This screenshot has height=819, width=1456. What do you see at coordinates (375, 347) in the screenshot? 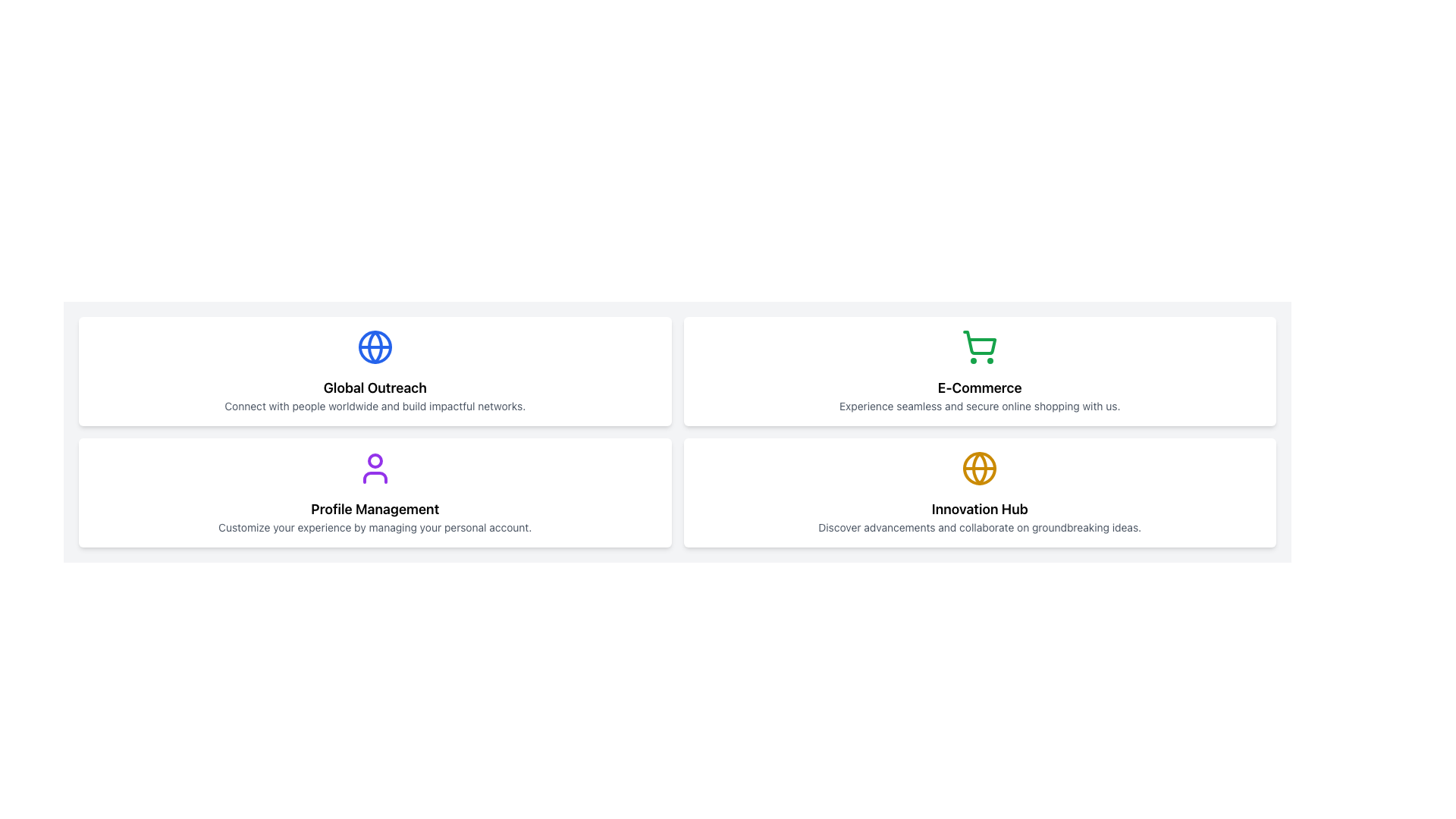
I see `the 'Global Outreach' icon` at bounding box center [375, 347].